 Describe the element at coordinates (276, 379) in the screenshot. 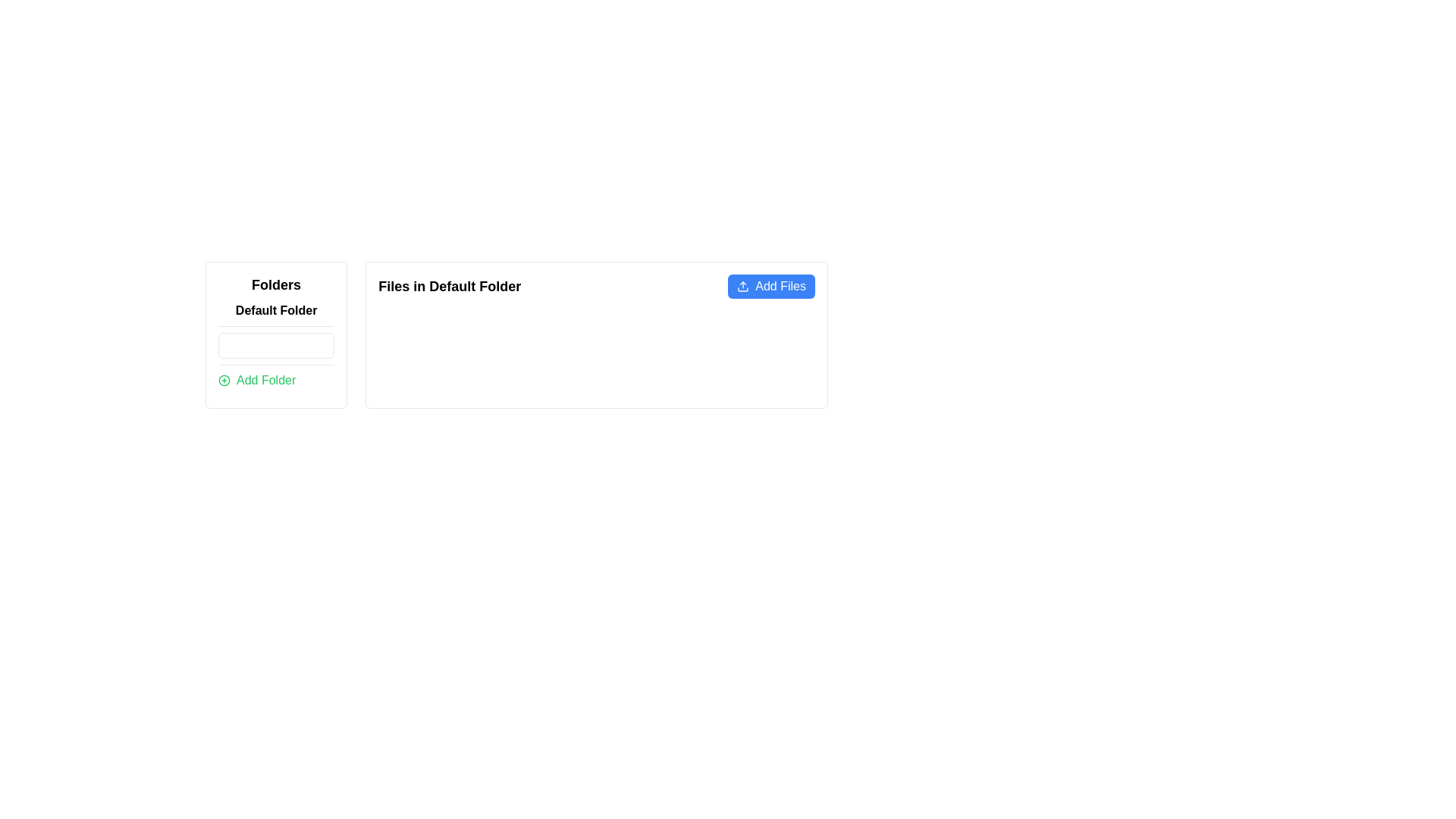

I see `the 'Add Folder' button, which displays the text in green and includes a circular green plus icon to trigger tooltips` at that location.